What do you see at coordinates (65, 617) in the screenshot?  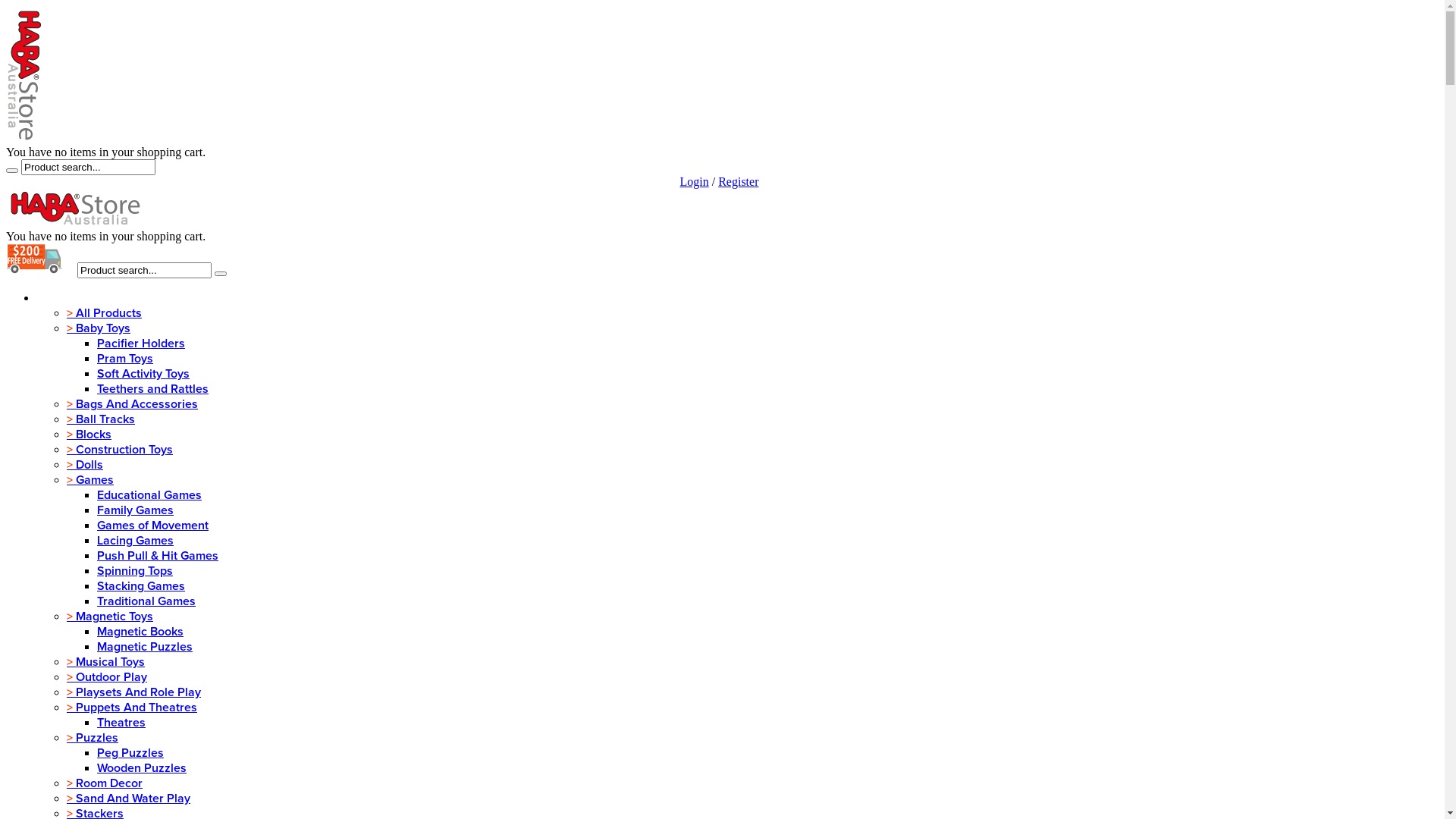 I see `'> Magnetic Toys'` at bounding box center [65, 617].